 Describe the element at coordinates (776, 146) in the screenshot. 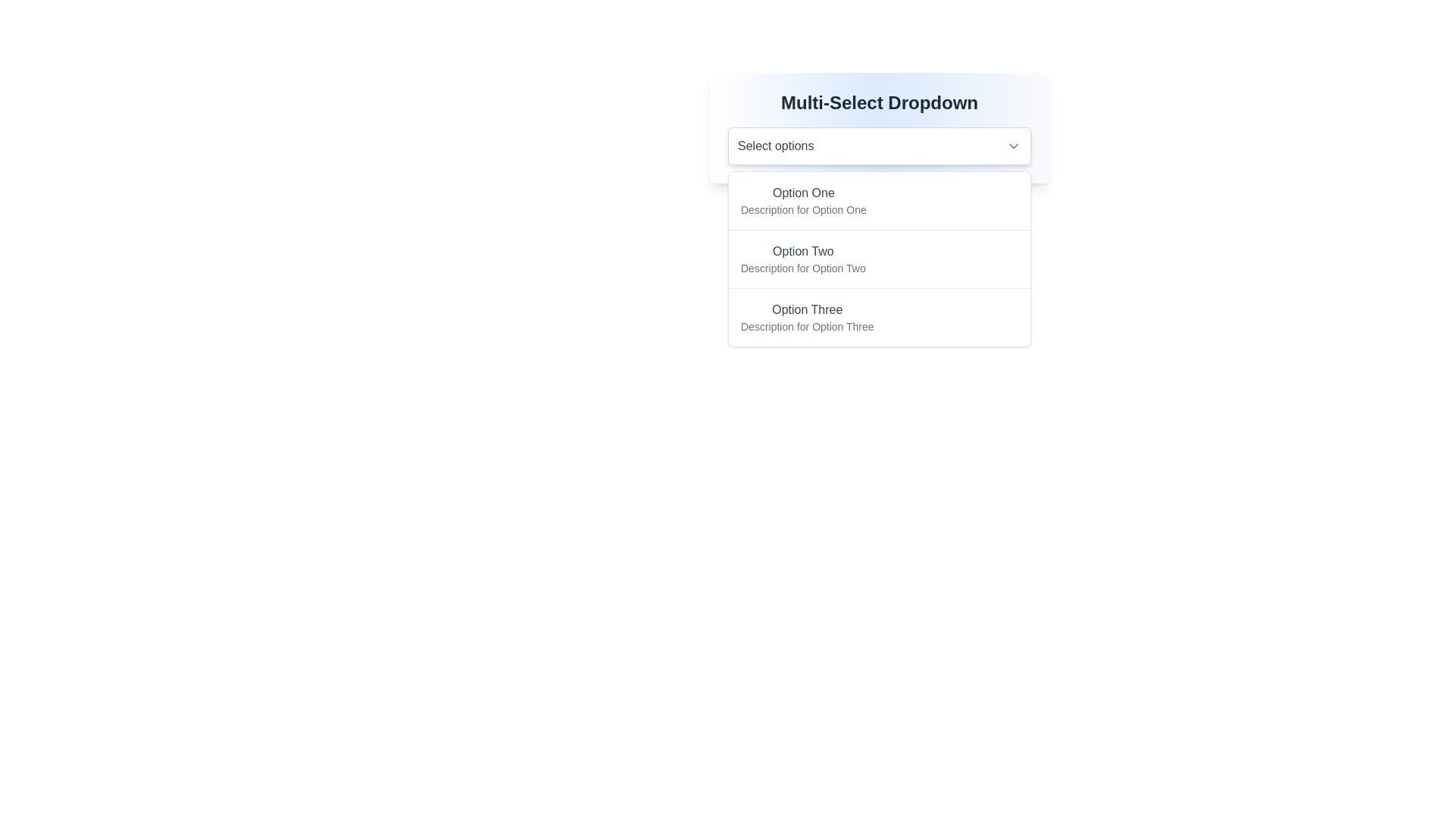

I see `the static text label within the dropdown interface that provides instructions or indicates the current state of the dropdown menu` at that location.